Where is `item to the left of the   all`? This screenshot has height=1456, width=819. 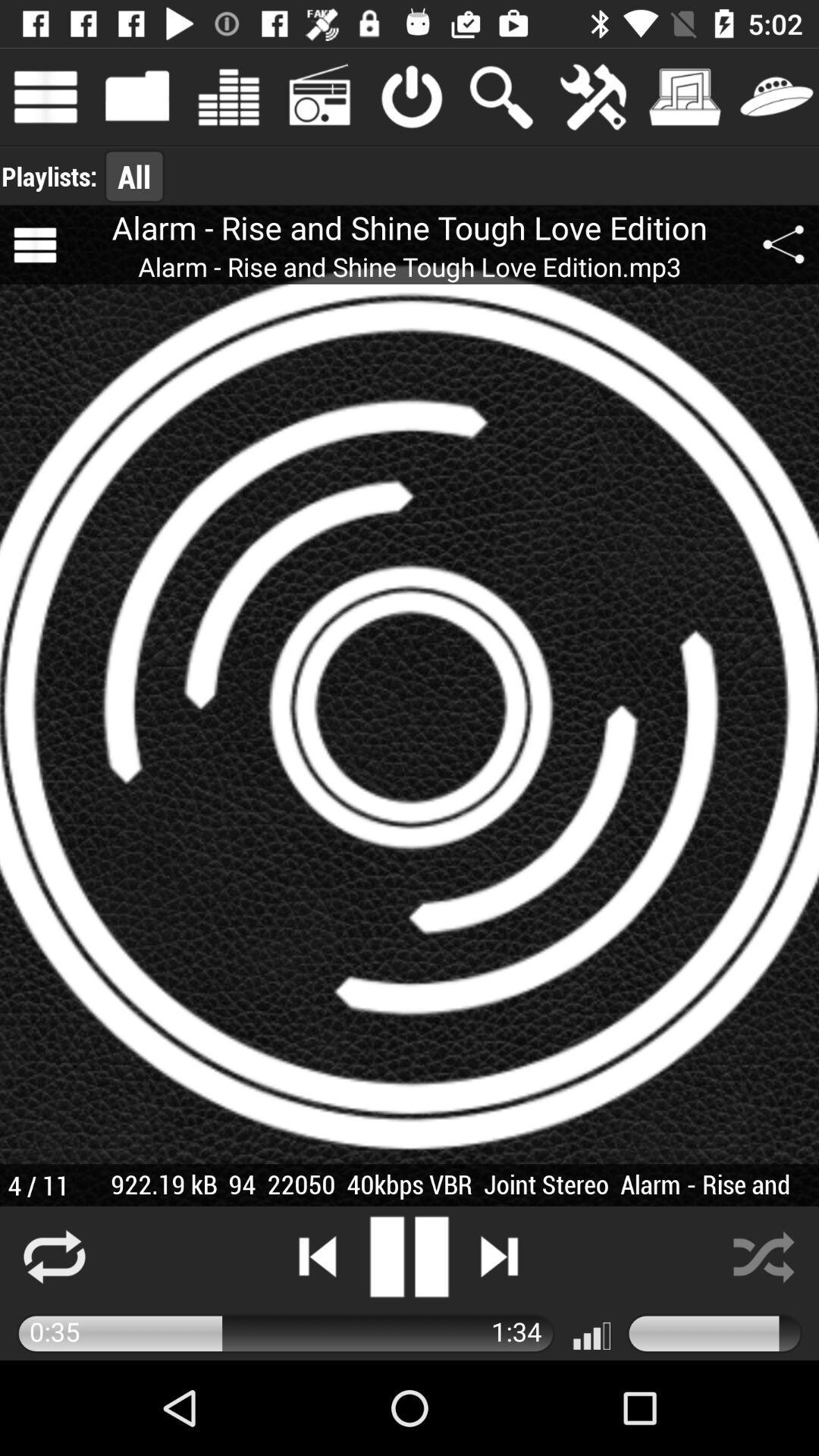
item to the left of the   all is located at coordinates (49, 176).